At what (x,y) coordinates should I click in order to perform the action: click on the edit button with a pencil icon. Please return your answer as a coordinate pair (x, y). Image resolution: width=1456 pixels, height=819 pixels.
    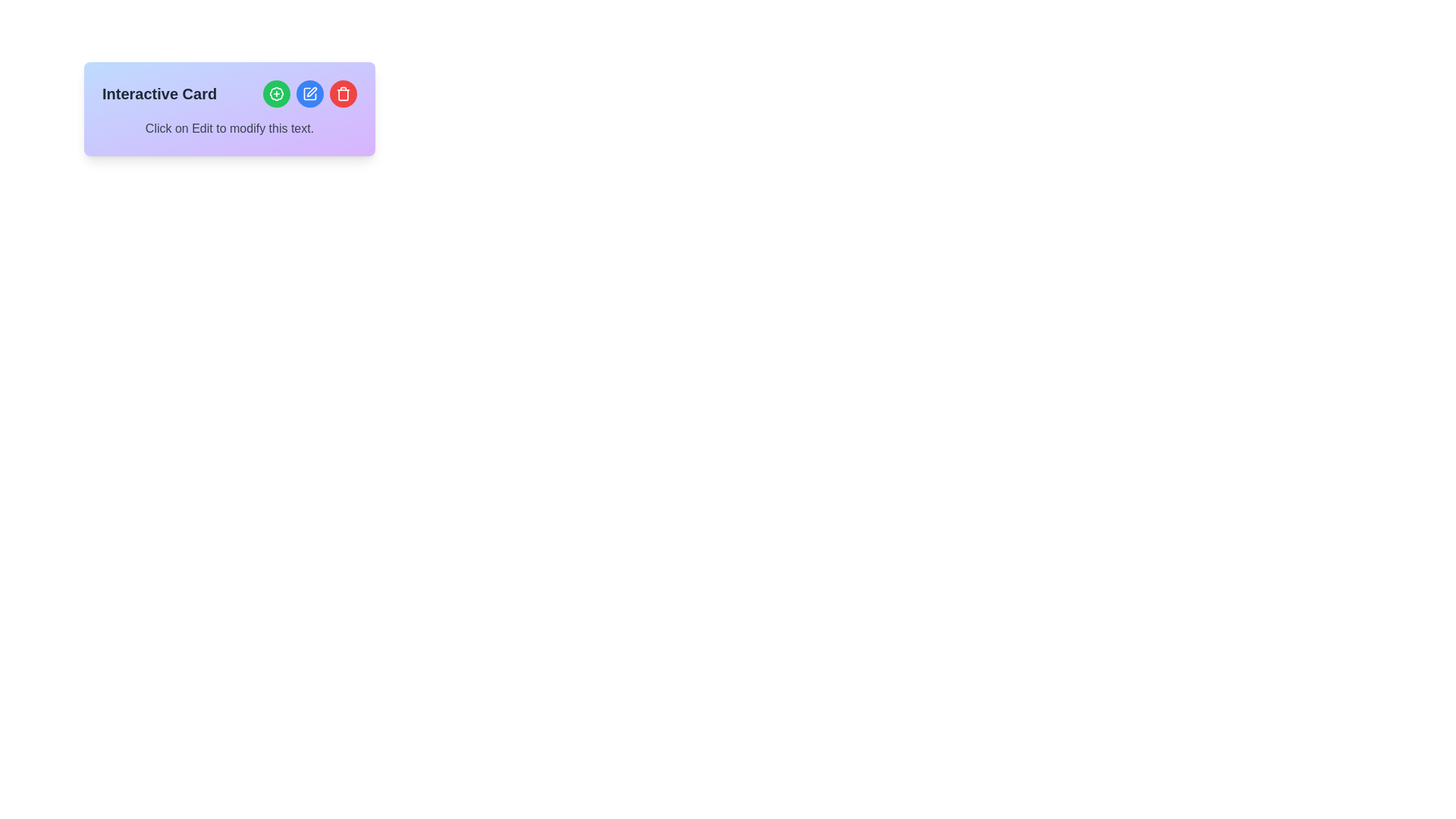
    Looking at the image, I should click on (309, 93).